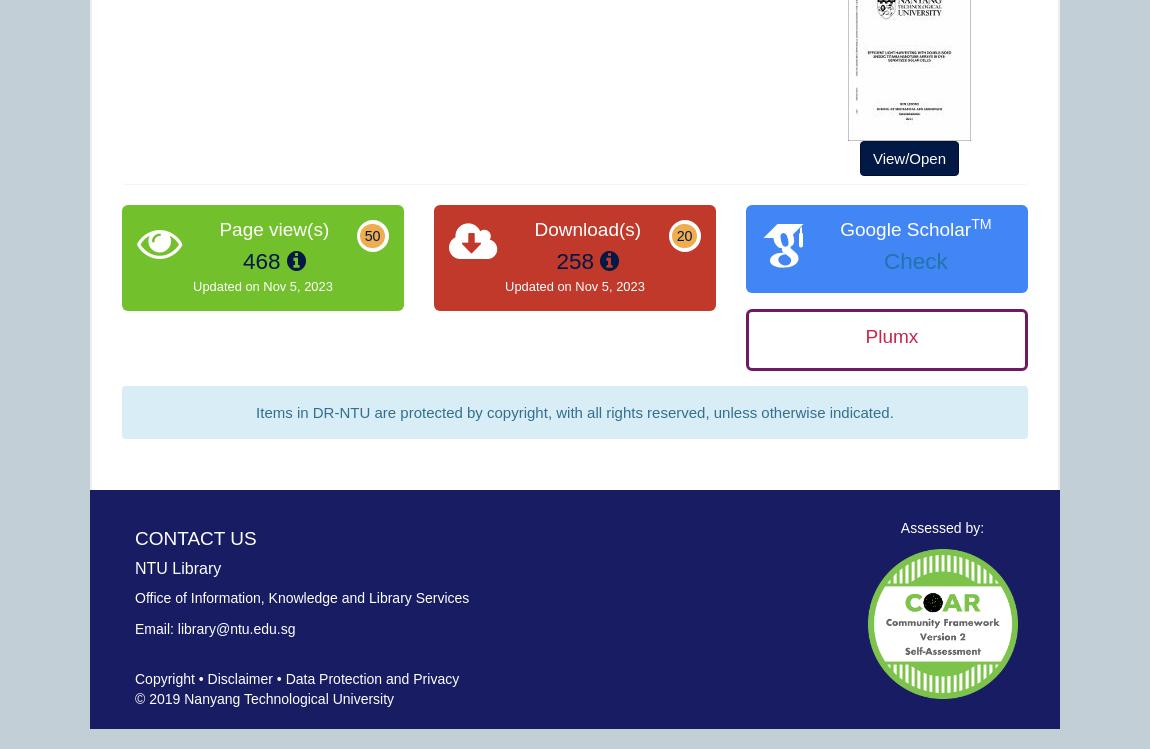  Describe the element at coordinates (372, 678) in the screenshot. I see `'Data Protection and Privacy'` at that location.